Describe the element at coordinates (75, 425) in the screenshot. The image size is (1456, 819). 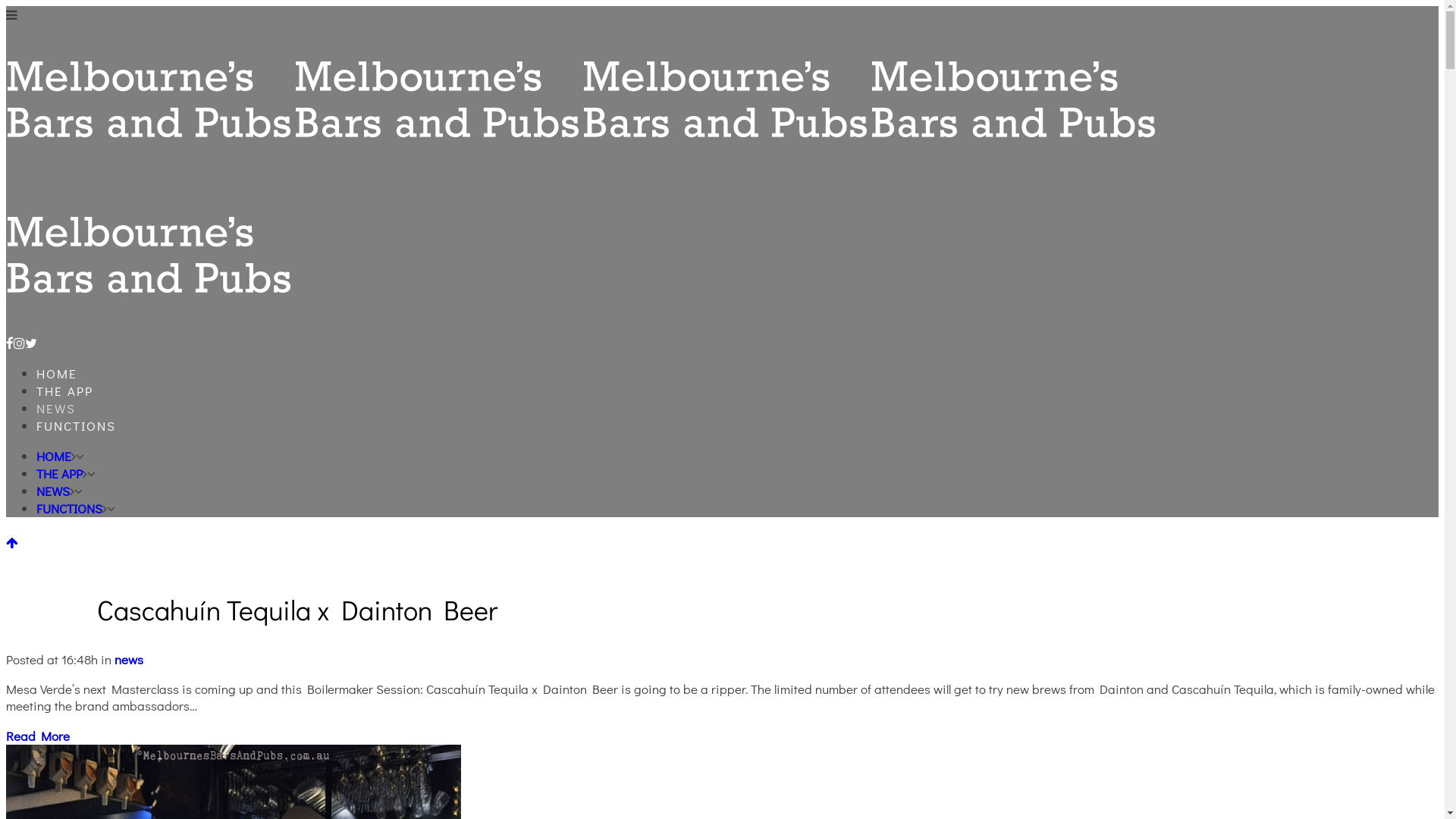
I see `'FUNCTIONS'` at that location.